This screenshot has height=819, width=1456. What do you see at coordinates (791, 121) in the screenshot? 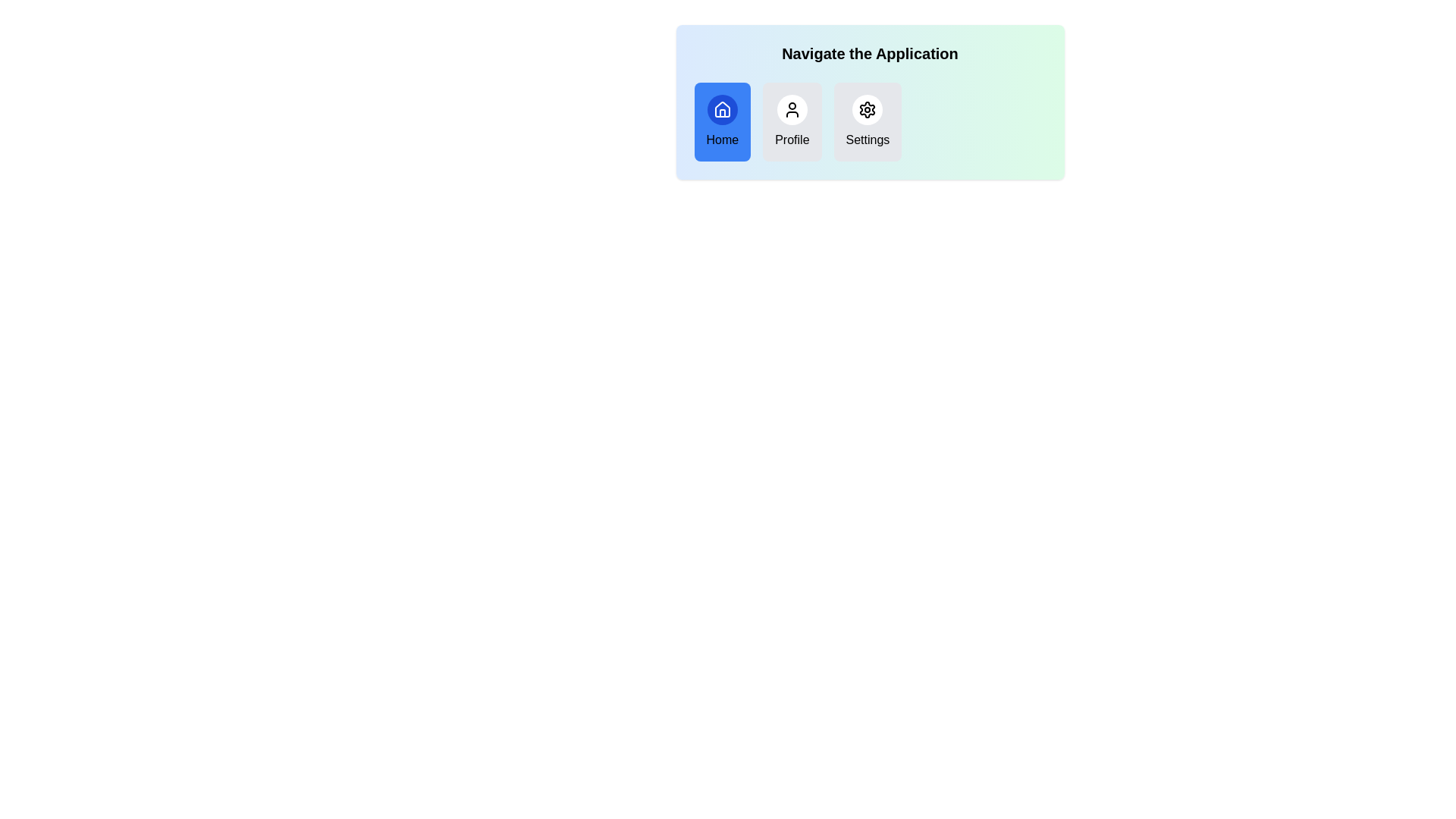
I see `the navigation item Profile` at bounding box center [791, 121].